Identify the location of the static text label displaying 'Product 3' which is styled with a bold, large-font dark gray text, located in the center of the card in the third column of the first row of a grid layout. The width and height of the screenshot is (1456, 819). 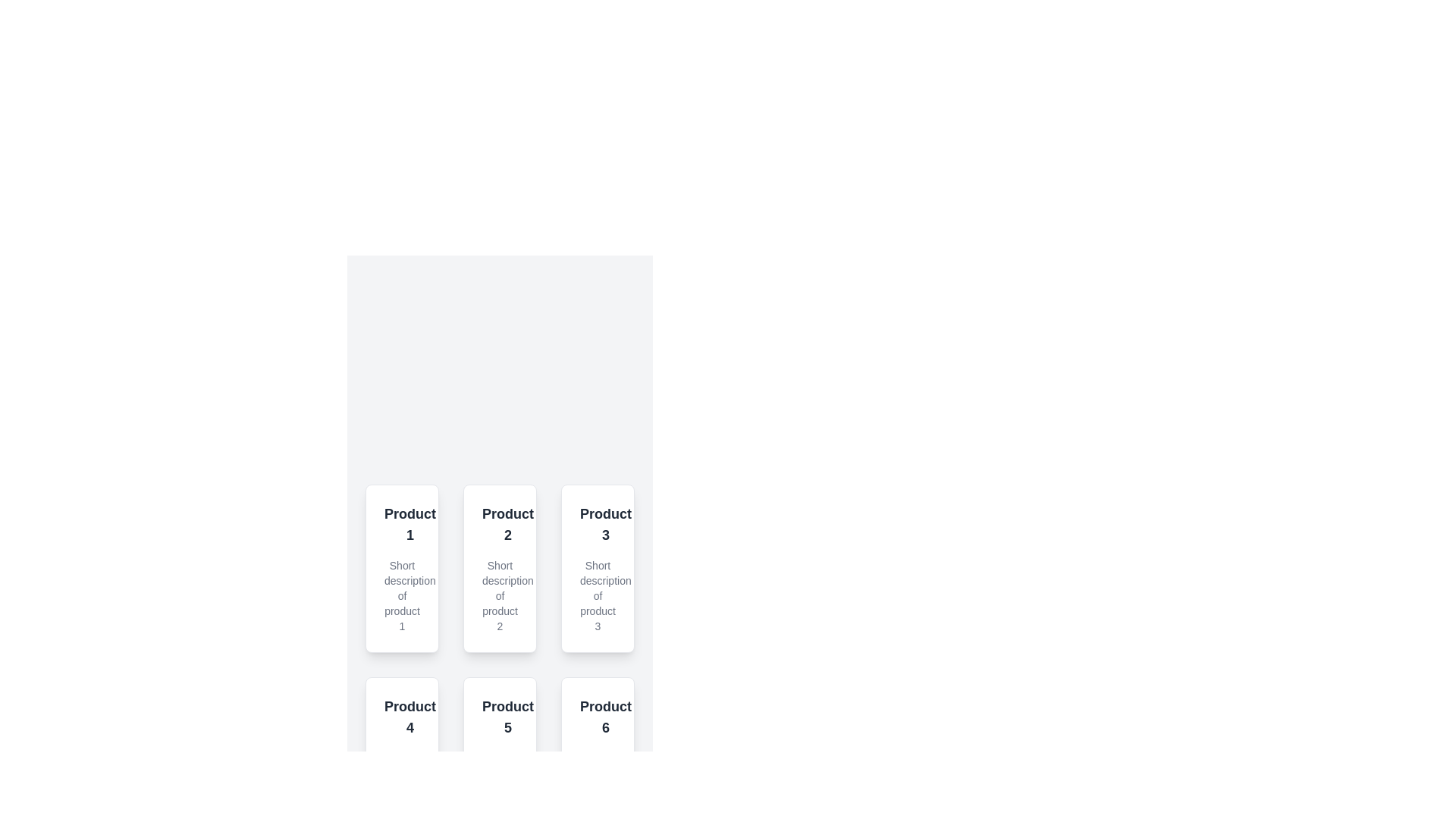
(605, 523).